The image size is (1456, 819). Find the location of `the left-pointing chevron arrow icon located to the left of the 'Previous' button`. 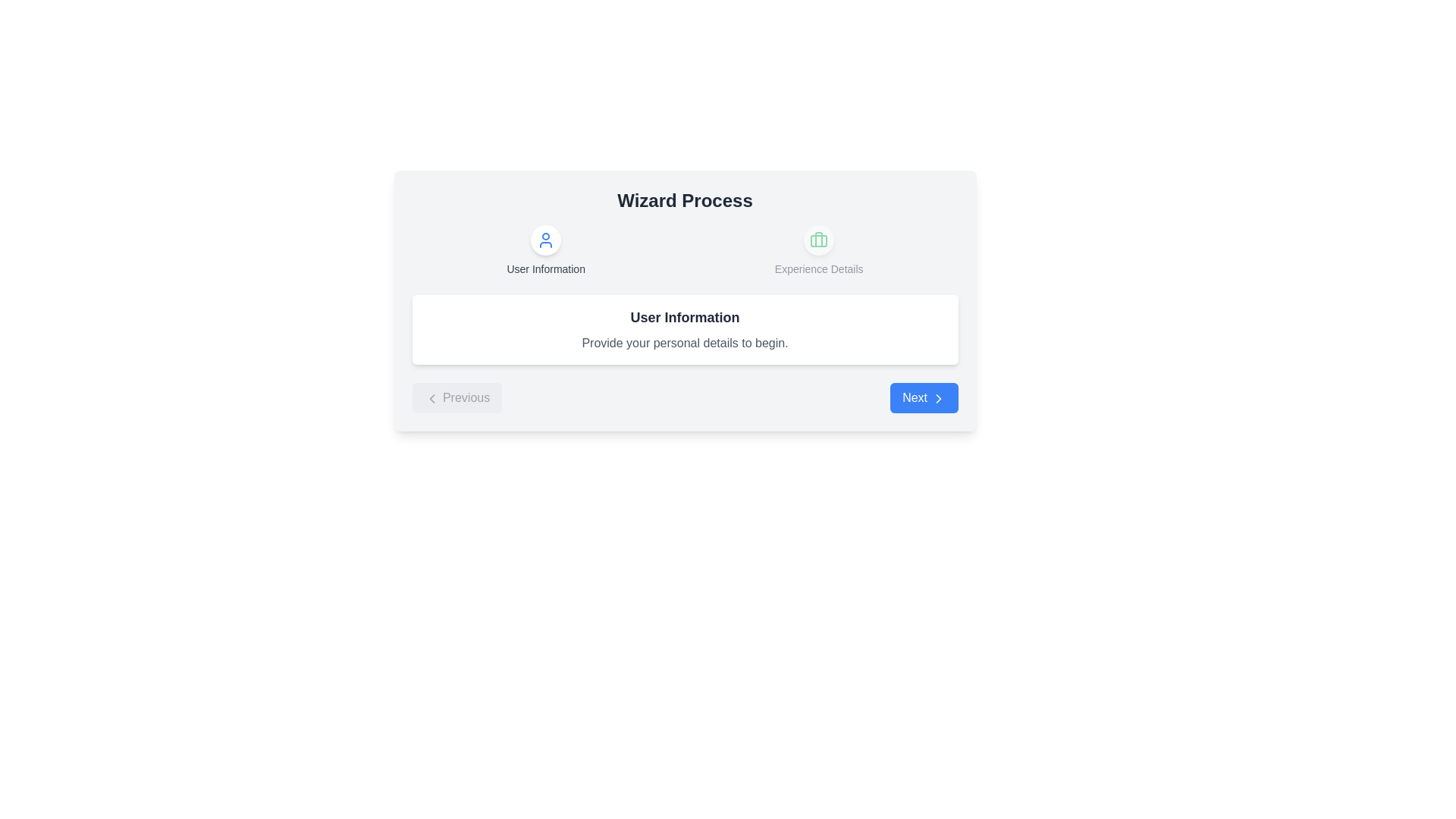

the left-pointing chevron arrow icon located to the left of the 'Previous' button is located at coordinates (431, 397).